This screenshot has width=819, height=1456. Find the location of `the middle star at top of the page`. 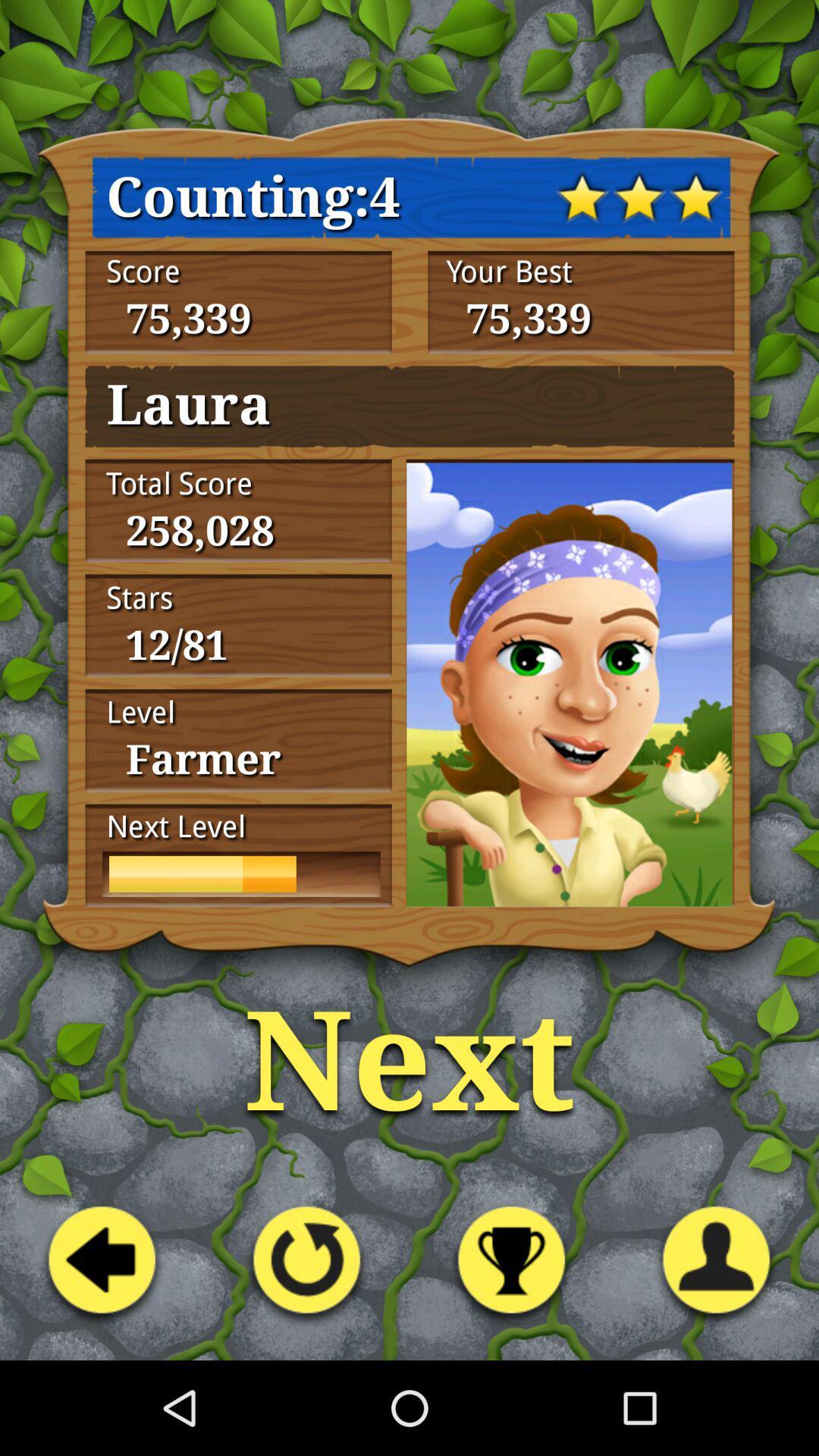

the middle star at top of the page is located at coordinates (639, 196).